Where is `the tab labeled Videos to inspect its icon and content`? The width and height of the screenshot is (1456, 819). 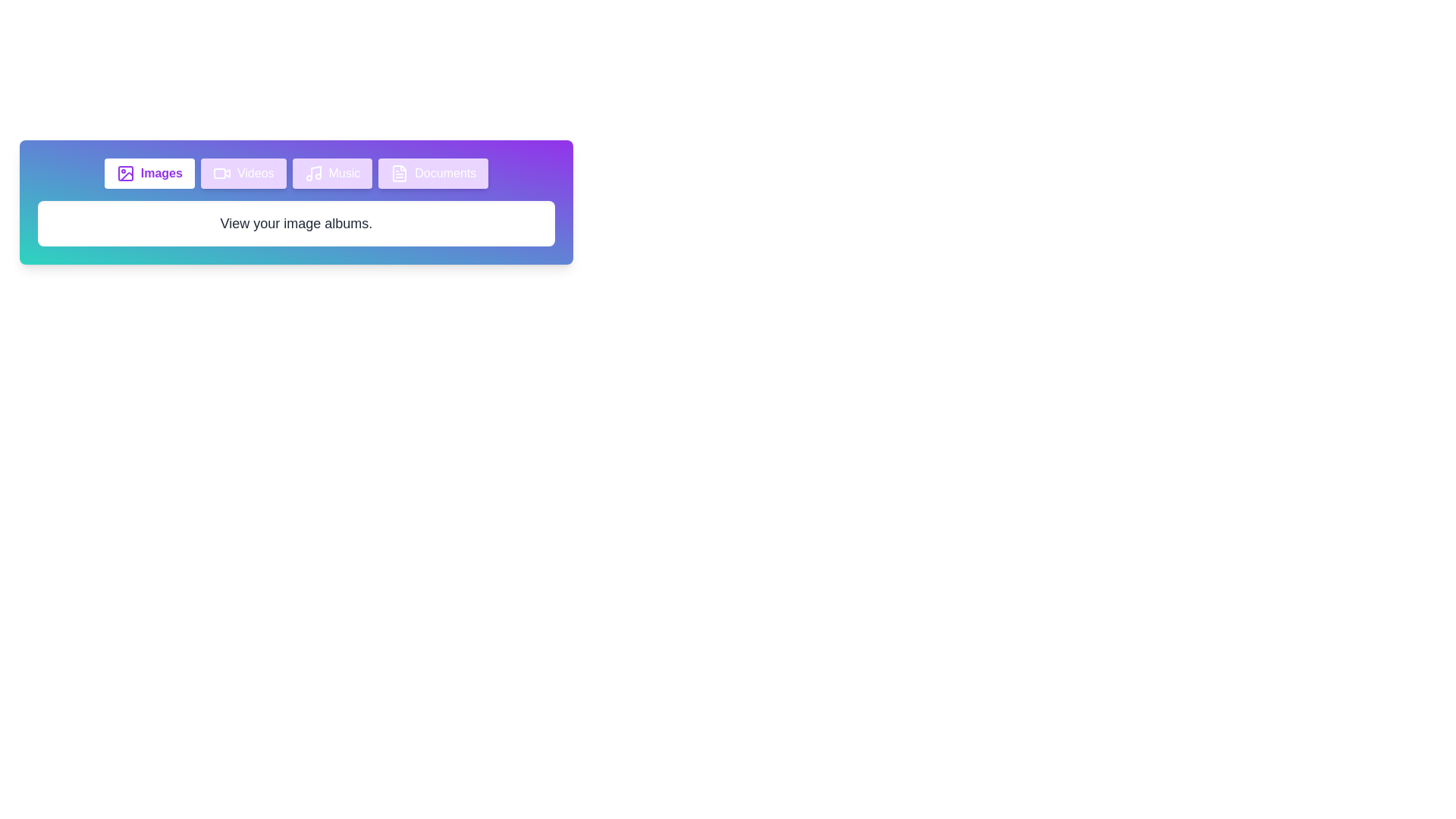
the tab labeled Videos to inspect its icon and content is located at coordinates (243, 172).